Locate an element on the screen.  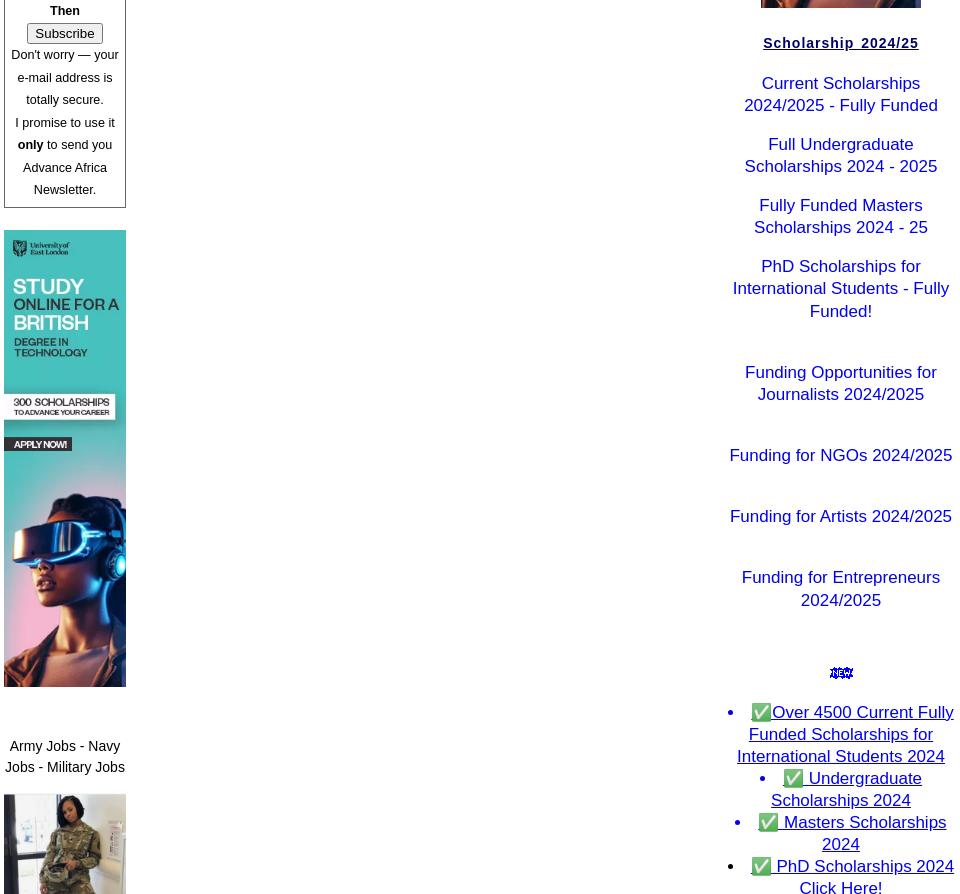
'Funding for NGOs 2024/2025' is located at coordinates (840, 455).